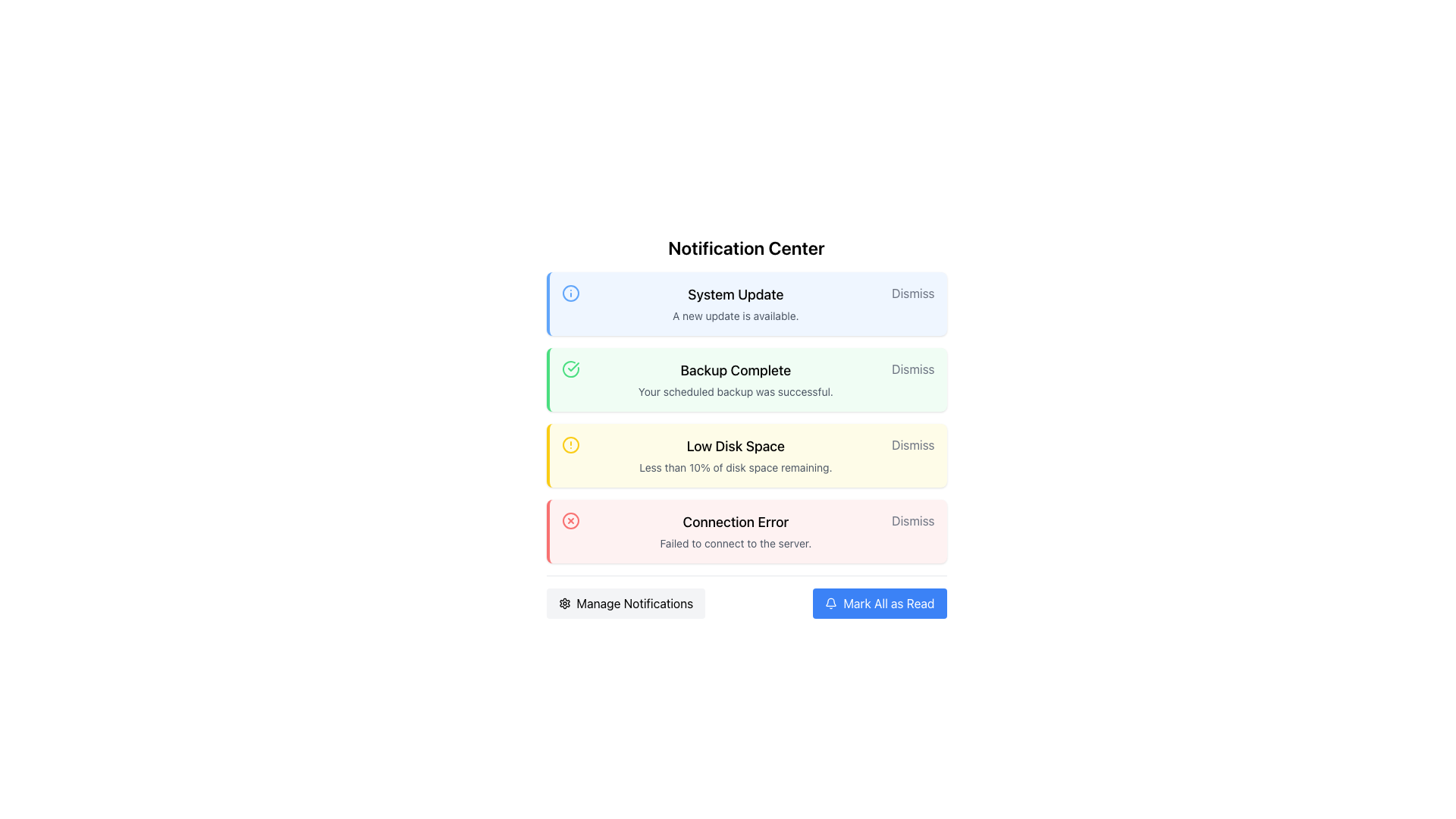 The width and height of the screenshot is (1456, 819). What do you see at coordinates (746, 304) in the screenshot?
I see `the first Notification card in the Notification Center that informs about a system update, which includes a dismiss link` at bounding box center [746, 304].